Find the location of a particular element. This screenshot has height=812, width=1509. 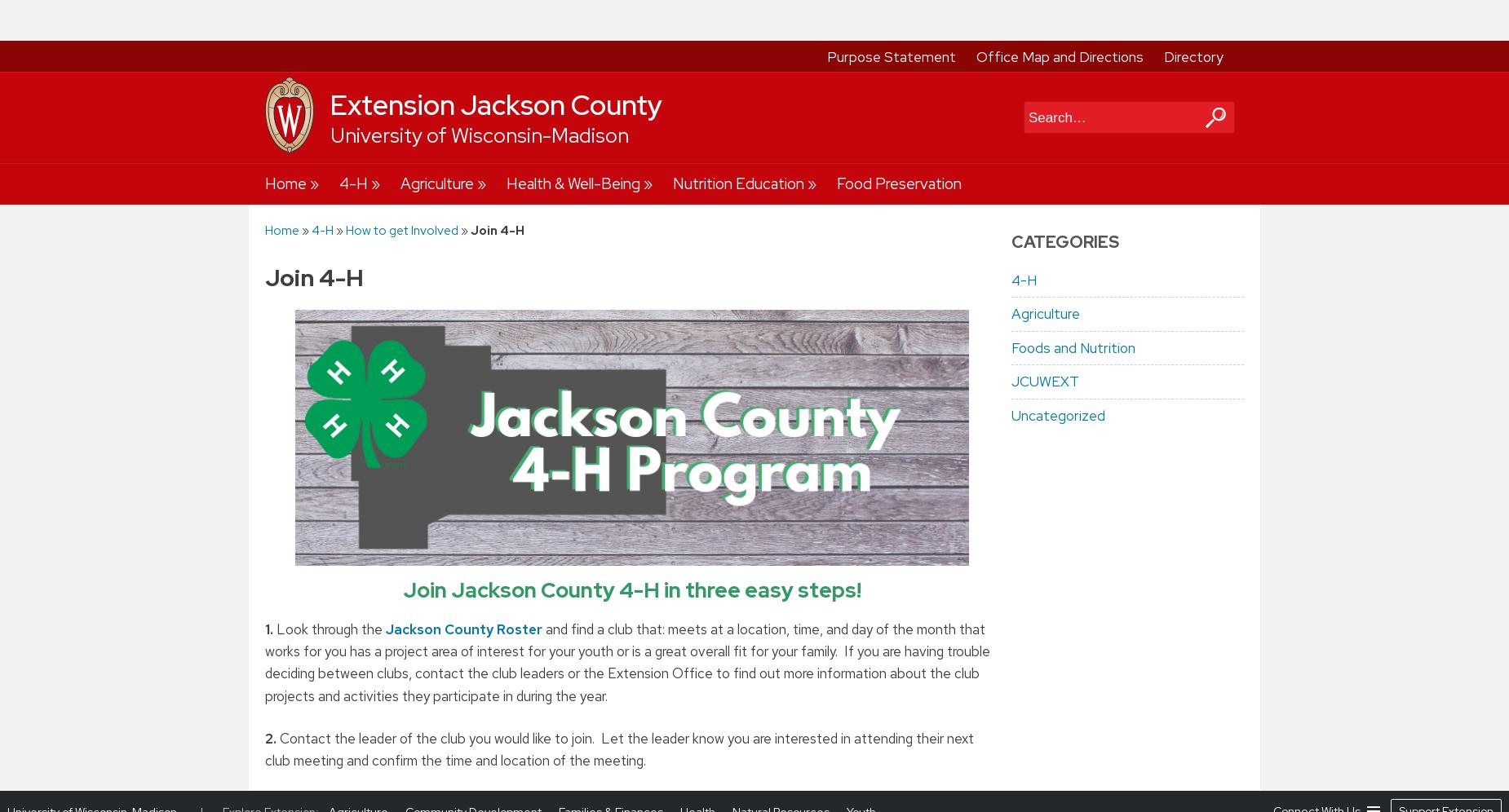

'University of Wisconsin-Madison' is located at coordinates (7, 20).